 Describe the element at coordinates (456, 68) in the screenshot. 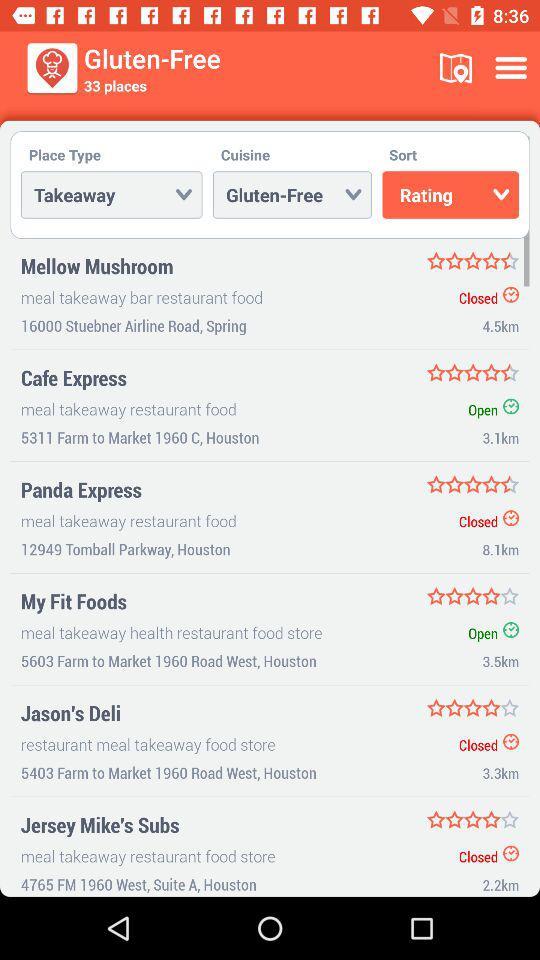

I see `the button left to menu button` at that location.